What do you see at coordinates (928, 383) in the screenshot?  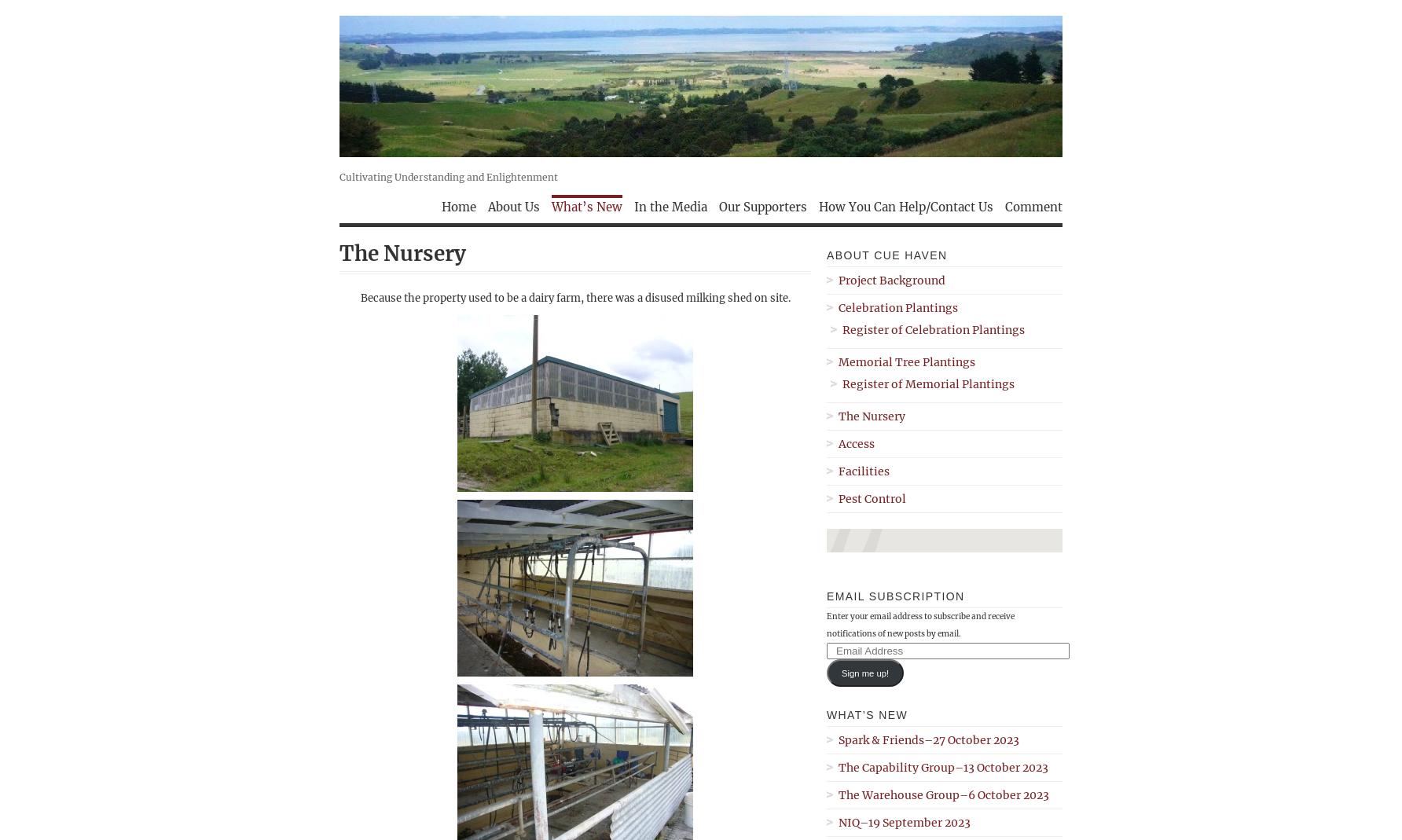 I see `'Register of Memorial Plantings'` at bounding box center [928, 383].